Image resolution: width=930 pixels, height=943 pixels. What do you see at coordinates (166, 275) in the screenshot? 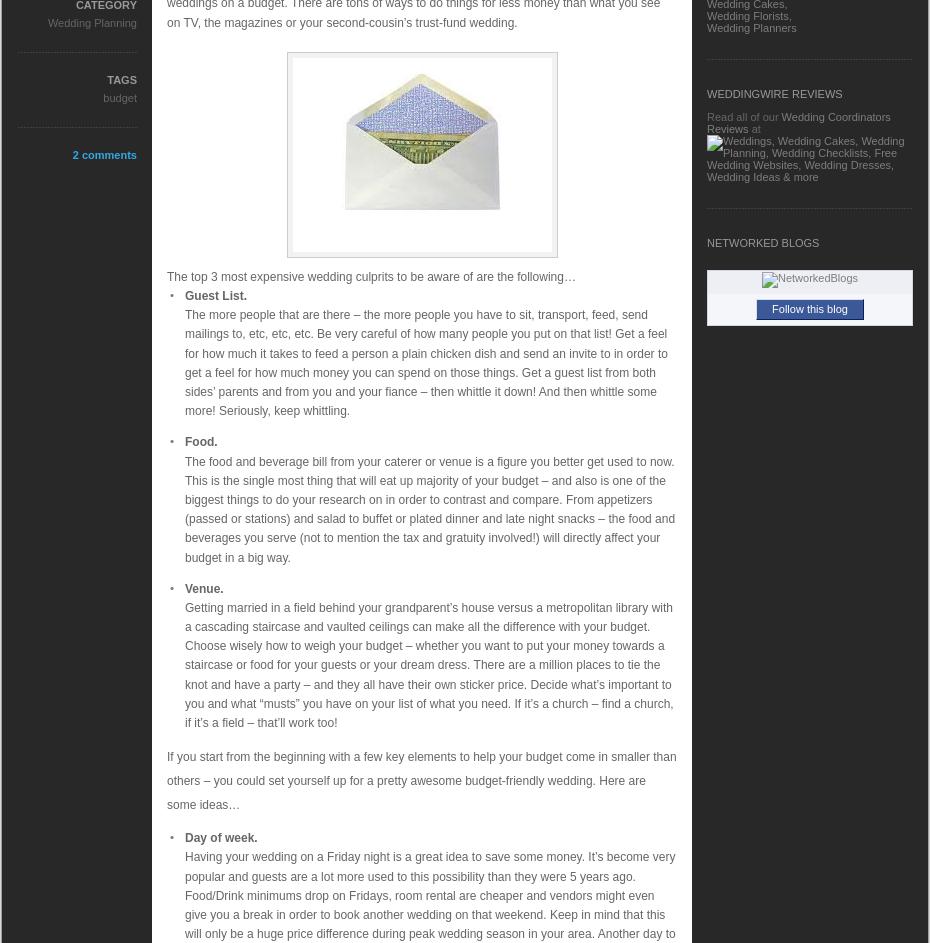
I see `'The top 3 most expensive wedding culprits to be aware of are the following…'` at bounding box center [166, 275].